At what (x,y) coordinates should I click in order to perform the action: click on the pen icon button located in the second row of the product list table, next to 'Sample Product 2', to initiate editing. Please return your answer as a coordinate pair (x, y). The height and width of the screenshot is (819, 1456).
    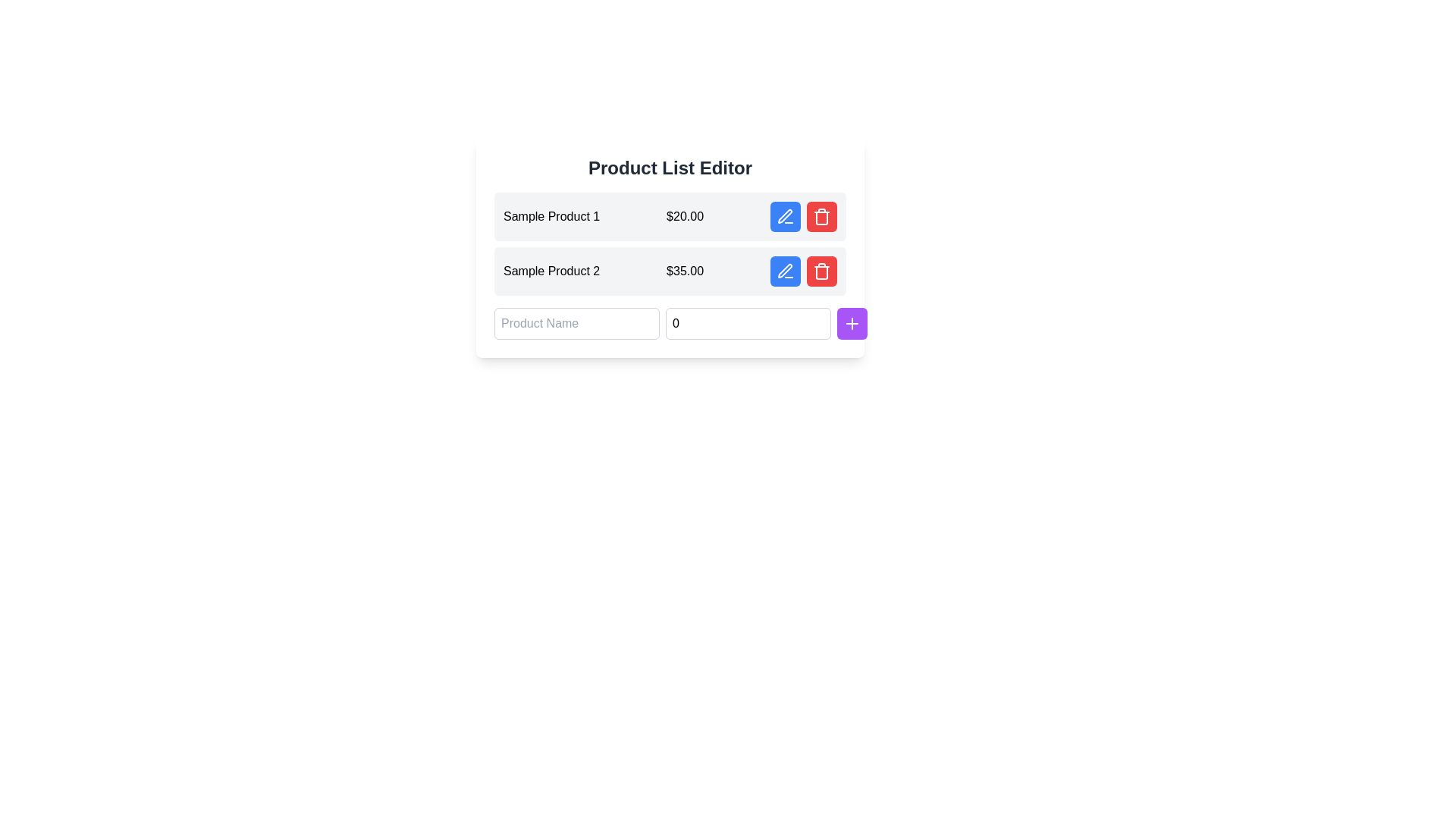
    Looking at the image, I should click on (785, 270).